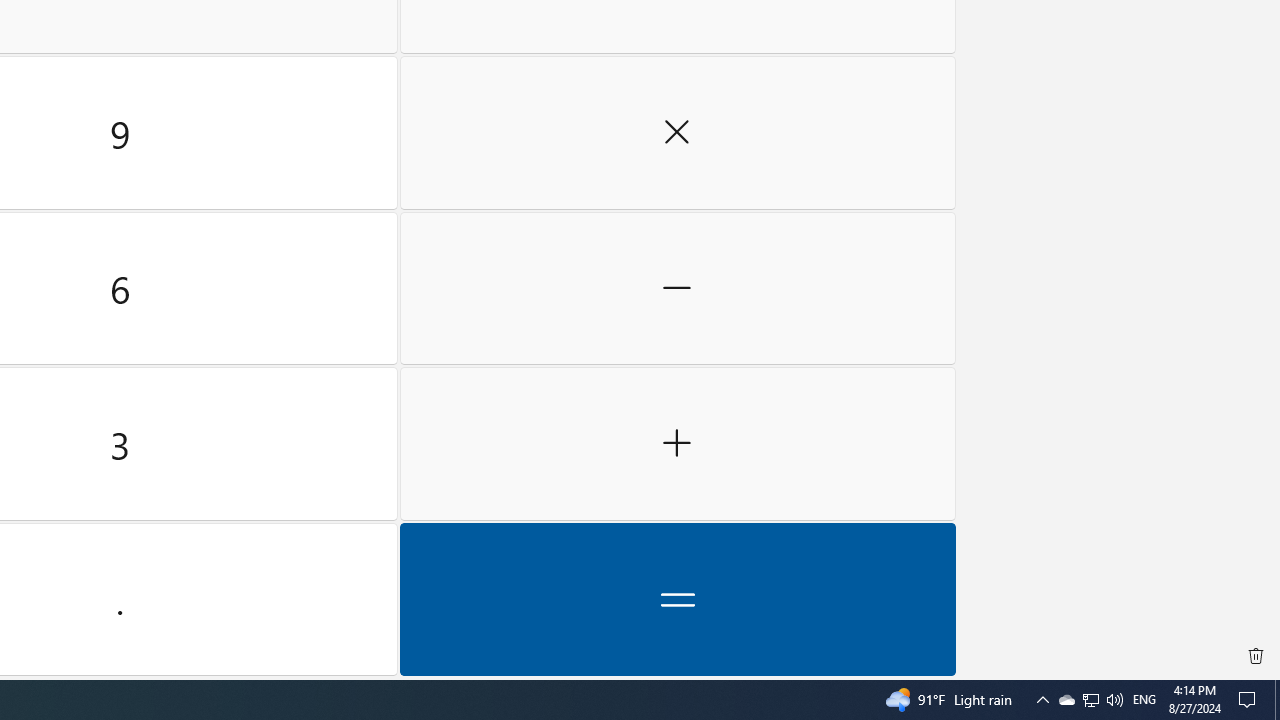 The image size is (1280, 720). Describe the element at coordinates (677, 443) in the screenshot. I see `'Plus'` at that location.